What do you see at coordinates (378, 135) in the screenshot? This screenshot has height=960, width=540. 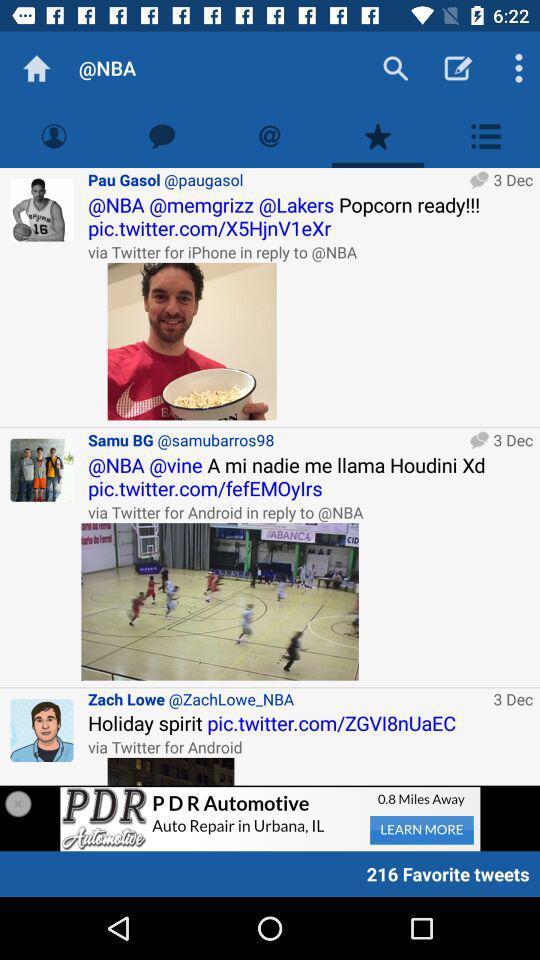 I see `page to favorties` at bounding box center [378, 135].